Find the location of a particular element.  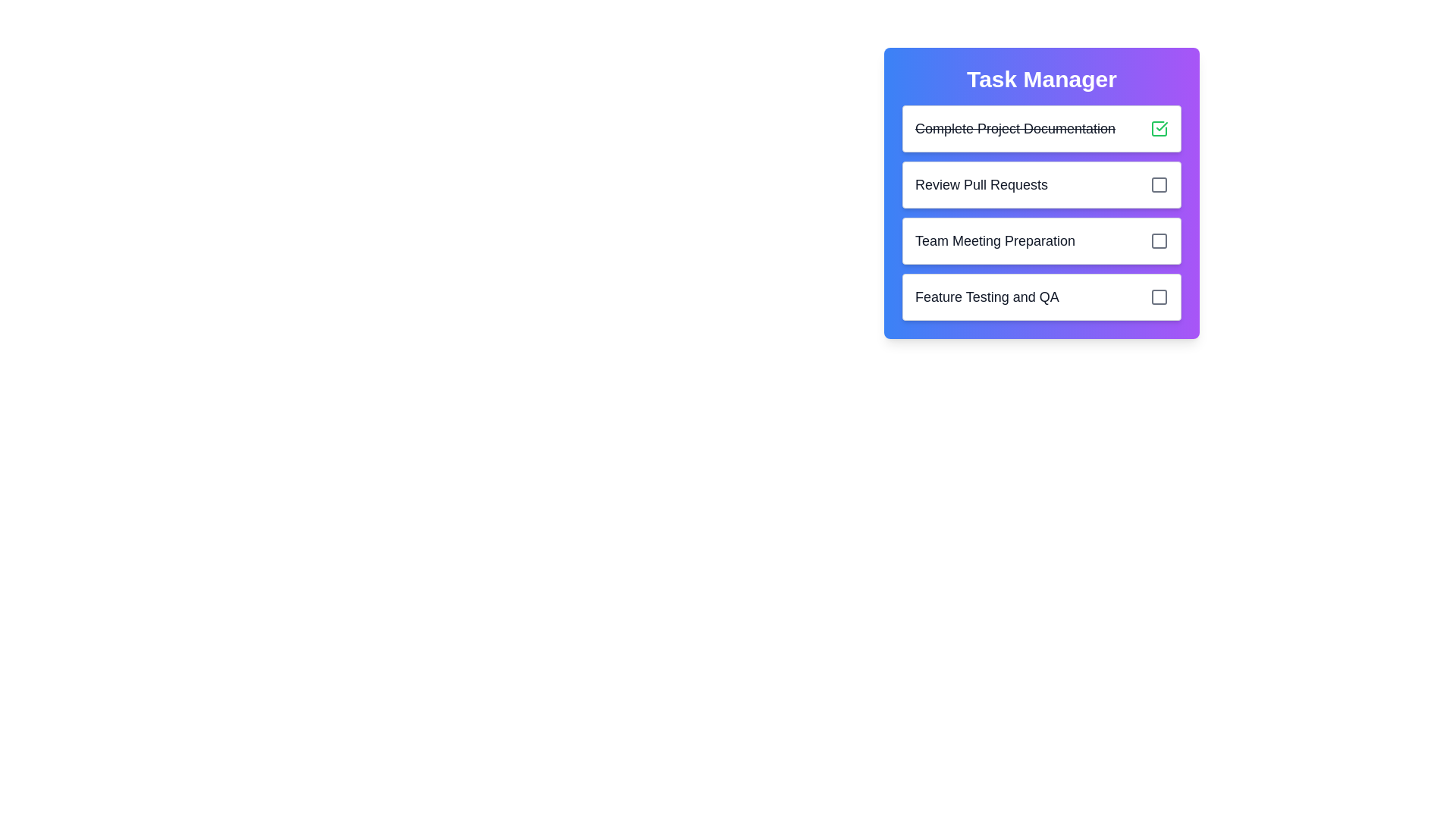

the small square checkbox with a dark gray border and white background, located to the right of 'Feature Testing and QA' in the fourth row of the list within the card interface is located at coordinates (1159, 297).